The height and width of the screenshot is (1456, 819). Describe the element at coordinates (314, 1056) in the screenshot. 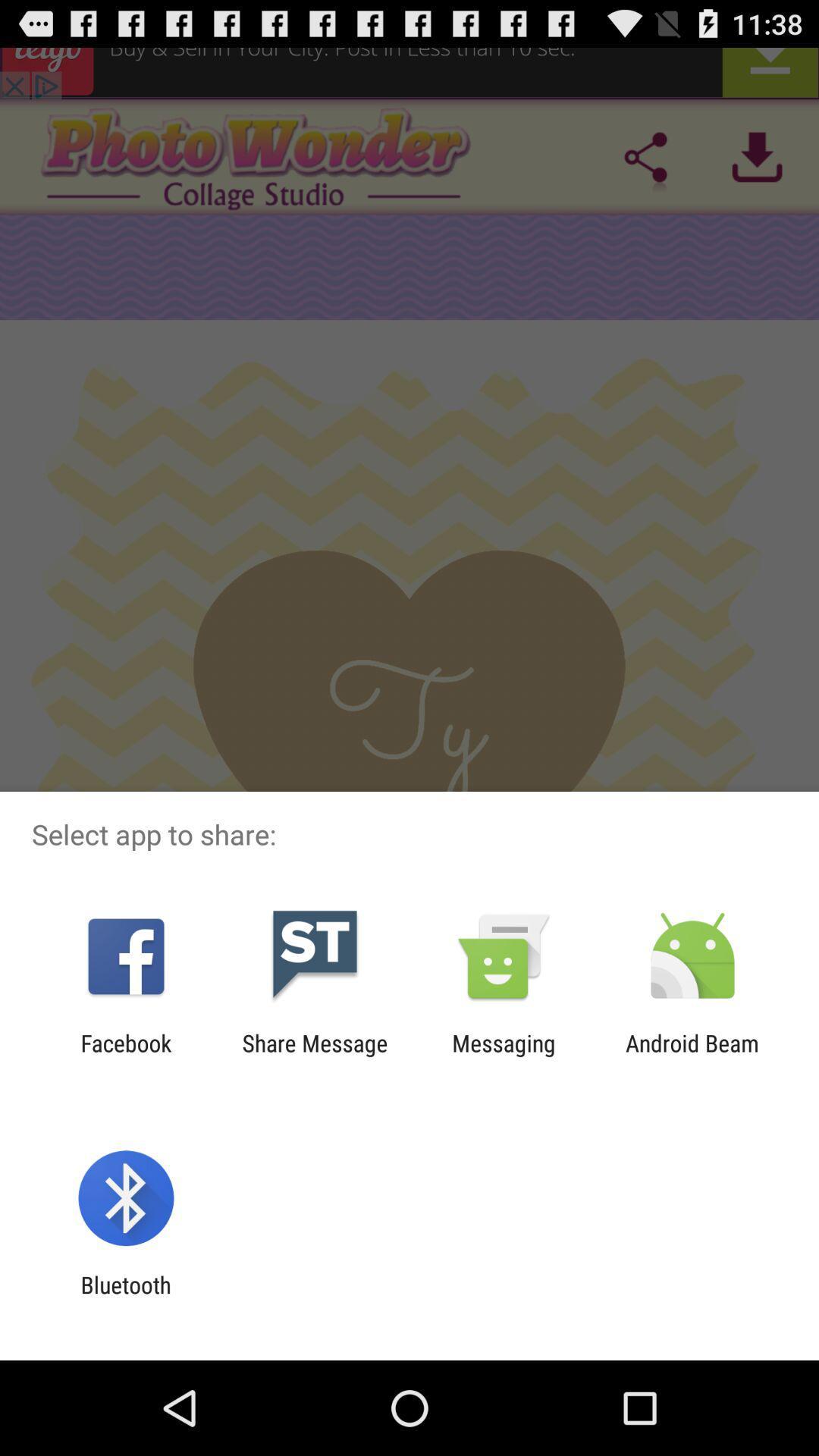

I see `the app next to messaging icon` at that location.